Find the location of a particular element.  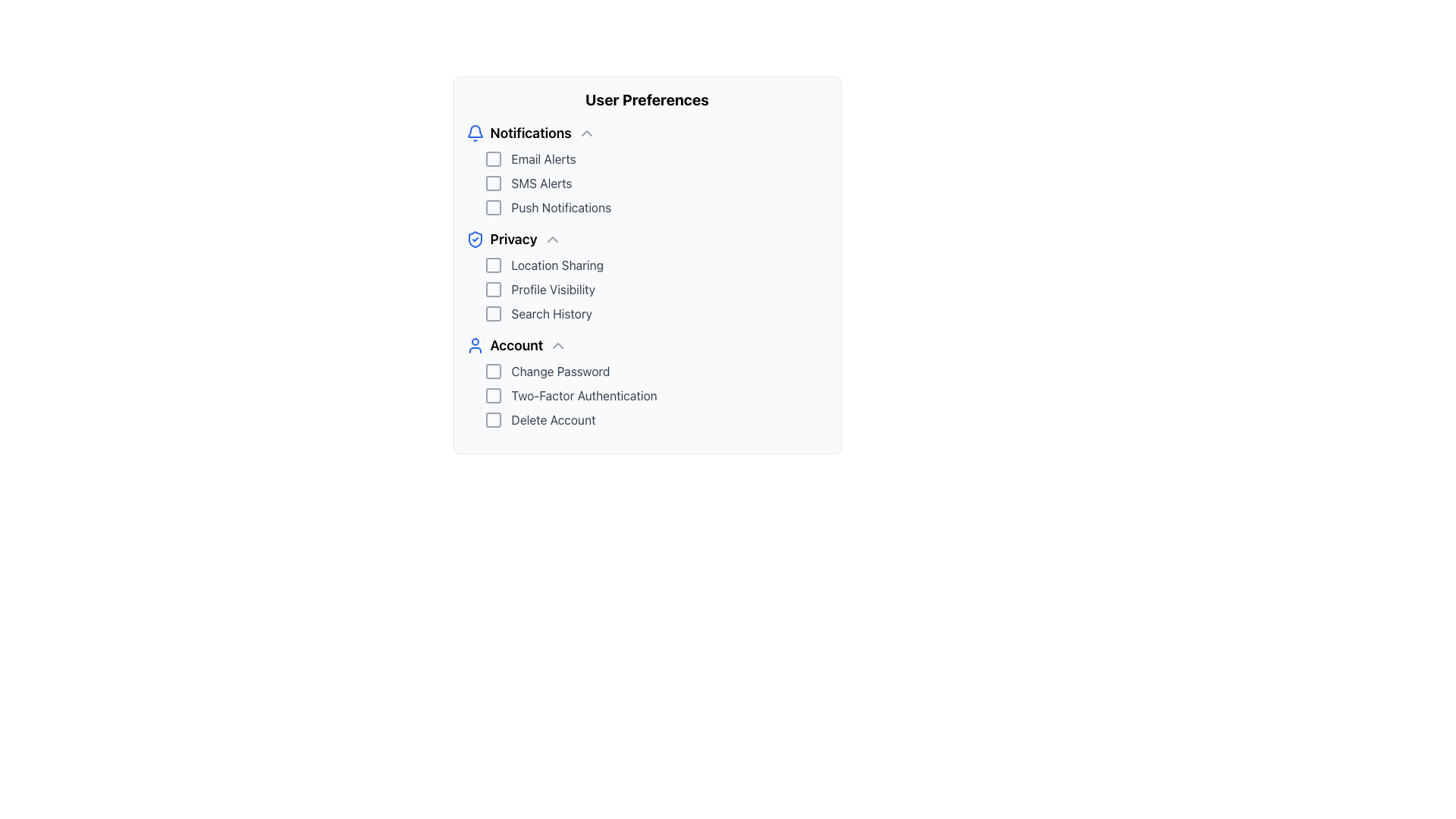

the interactive checkbox for the 'Search History' option in the 'Privacy' section of the 'User Preferences' interface is located at coordinates (493, 312).